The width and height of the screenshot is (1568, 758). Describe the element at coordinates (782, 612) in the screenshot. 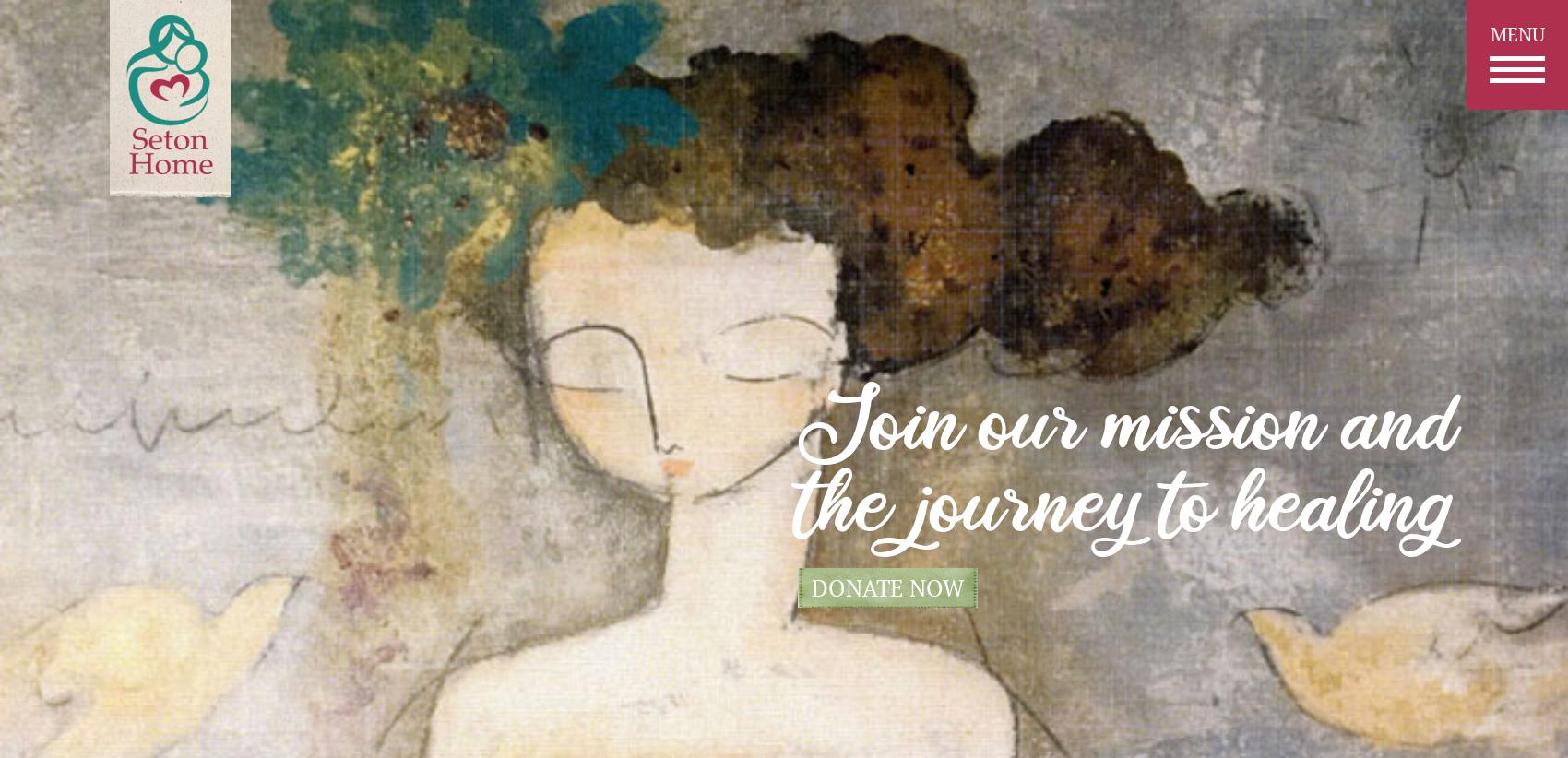

I see `'Gala in the Garden'` at that location.